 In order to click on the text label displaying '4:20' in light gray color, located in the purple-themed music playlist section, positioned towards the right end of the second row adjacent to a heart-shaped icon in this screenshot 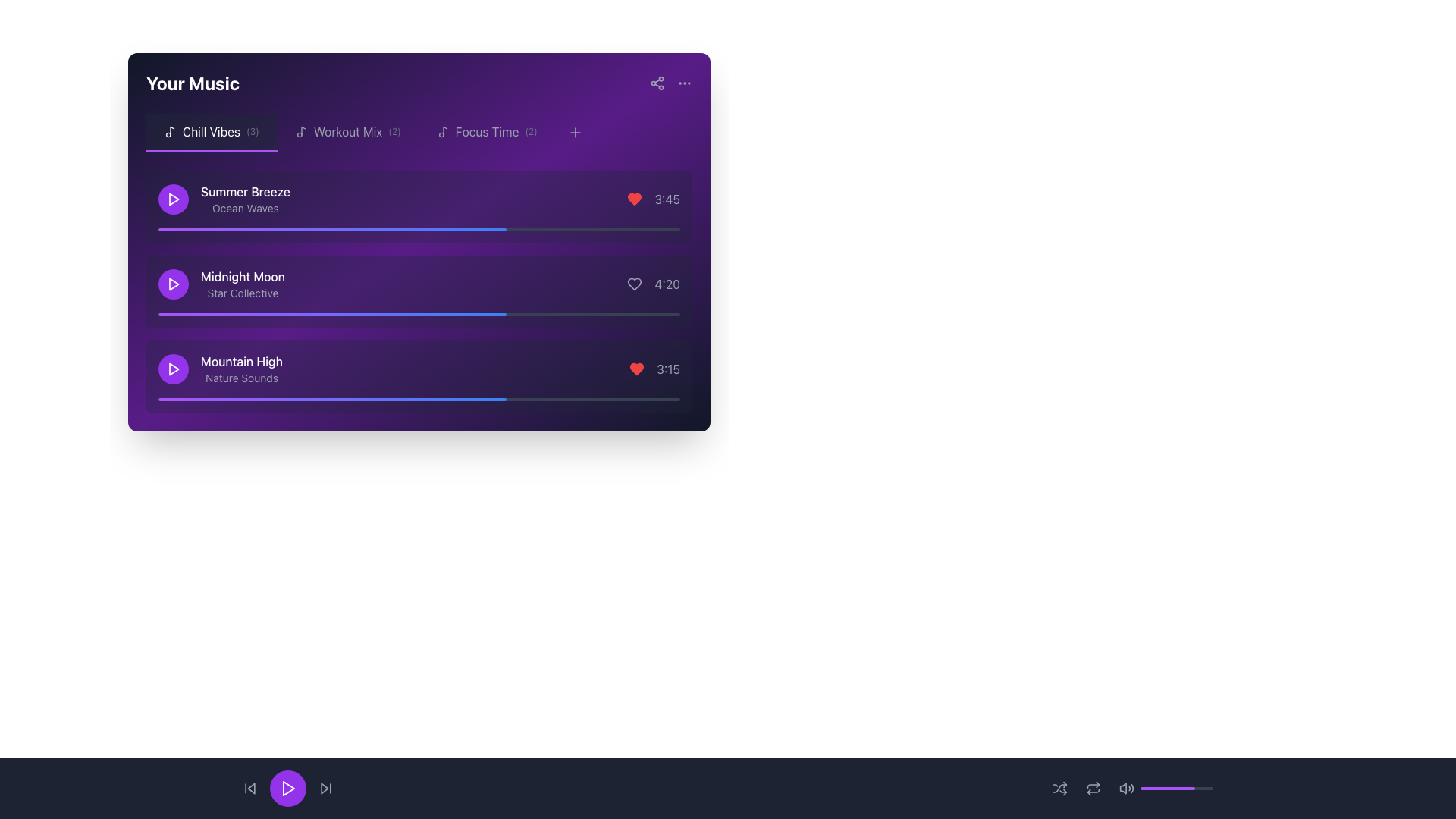, I will do `click(667, 284)`.